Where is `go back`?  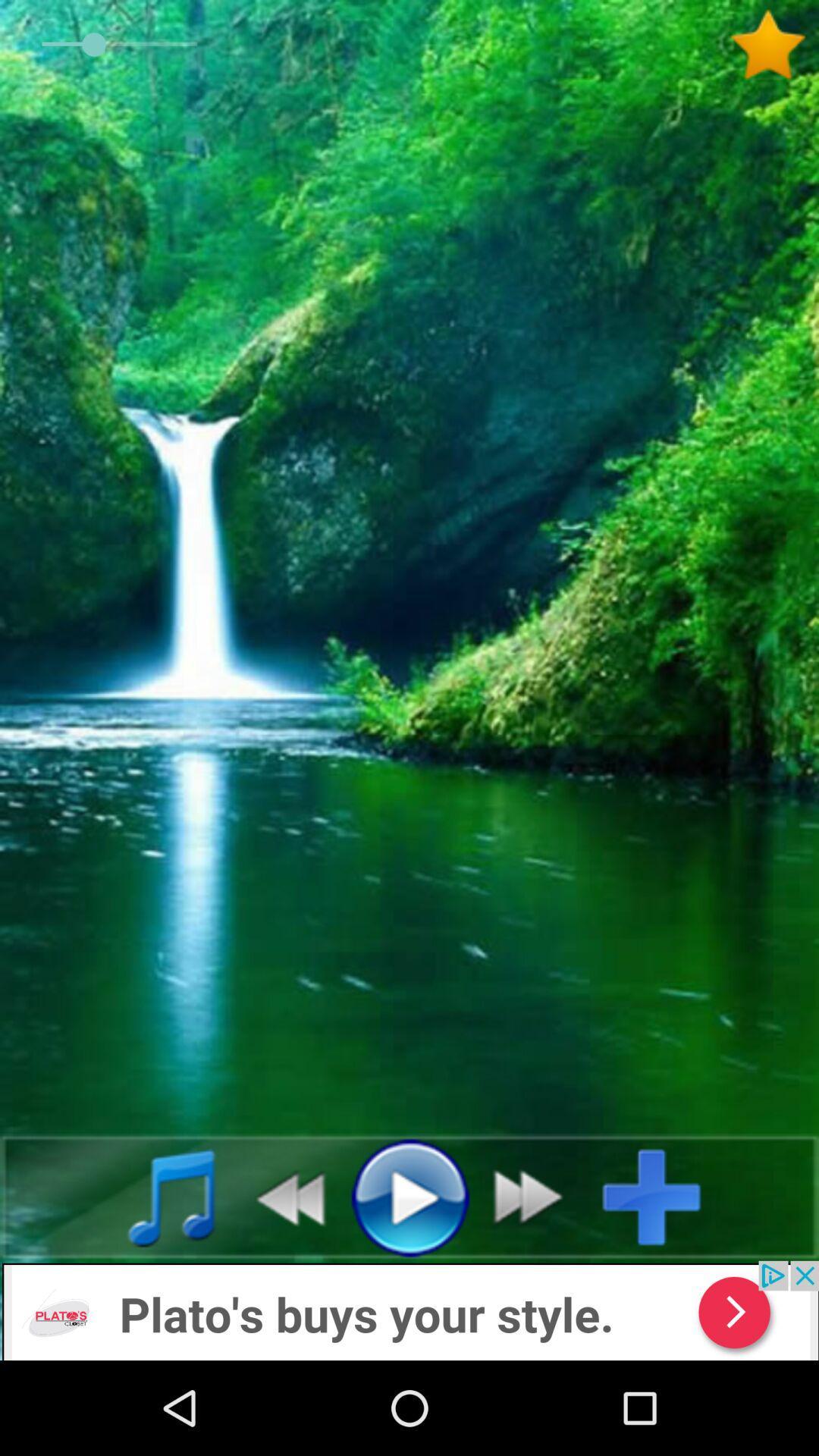 go back is located at coordinates (281, 1196).